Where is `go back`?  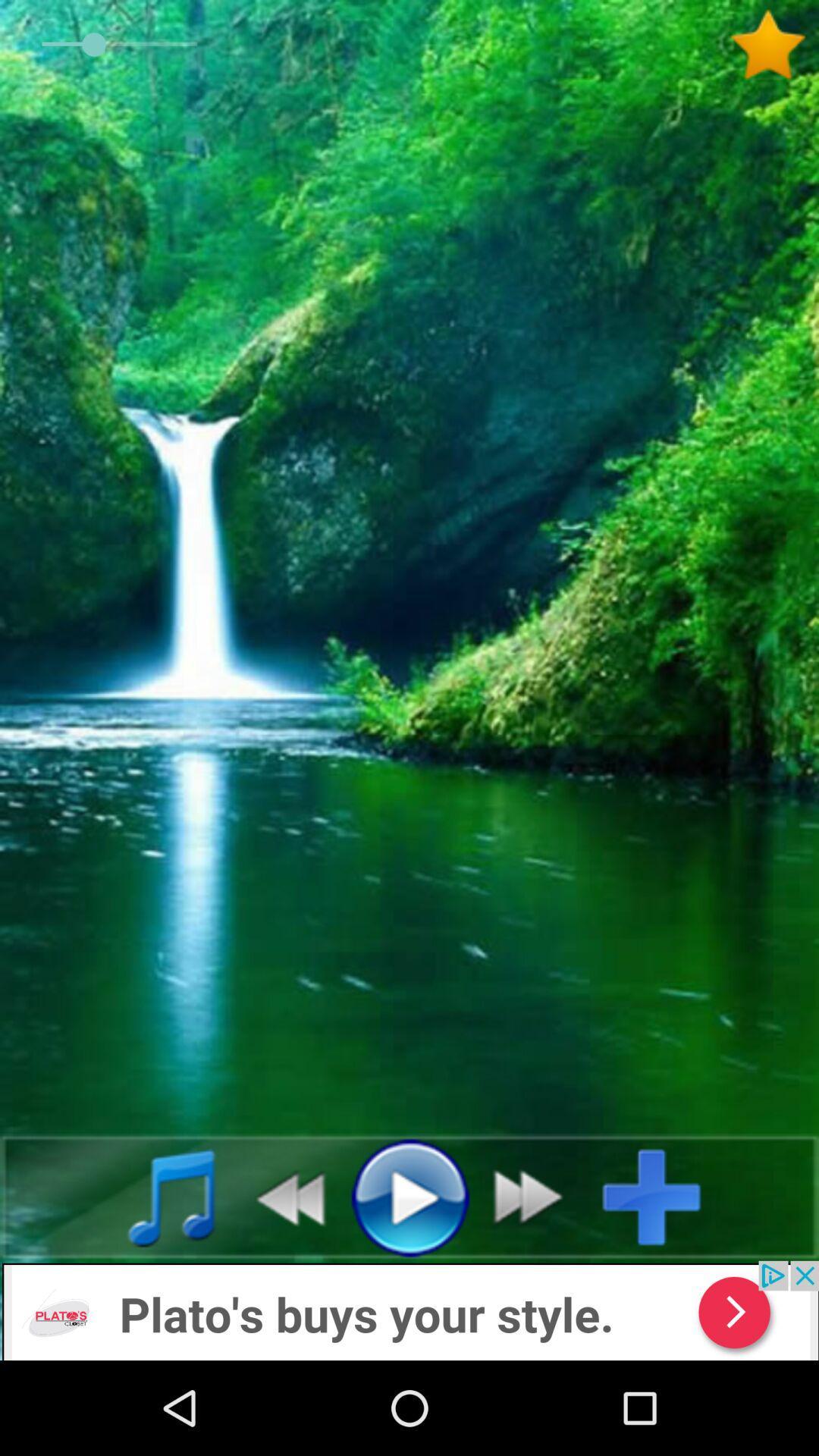 go back is located at coordinates (281, 1196).